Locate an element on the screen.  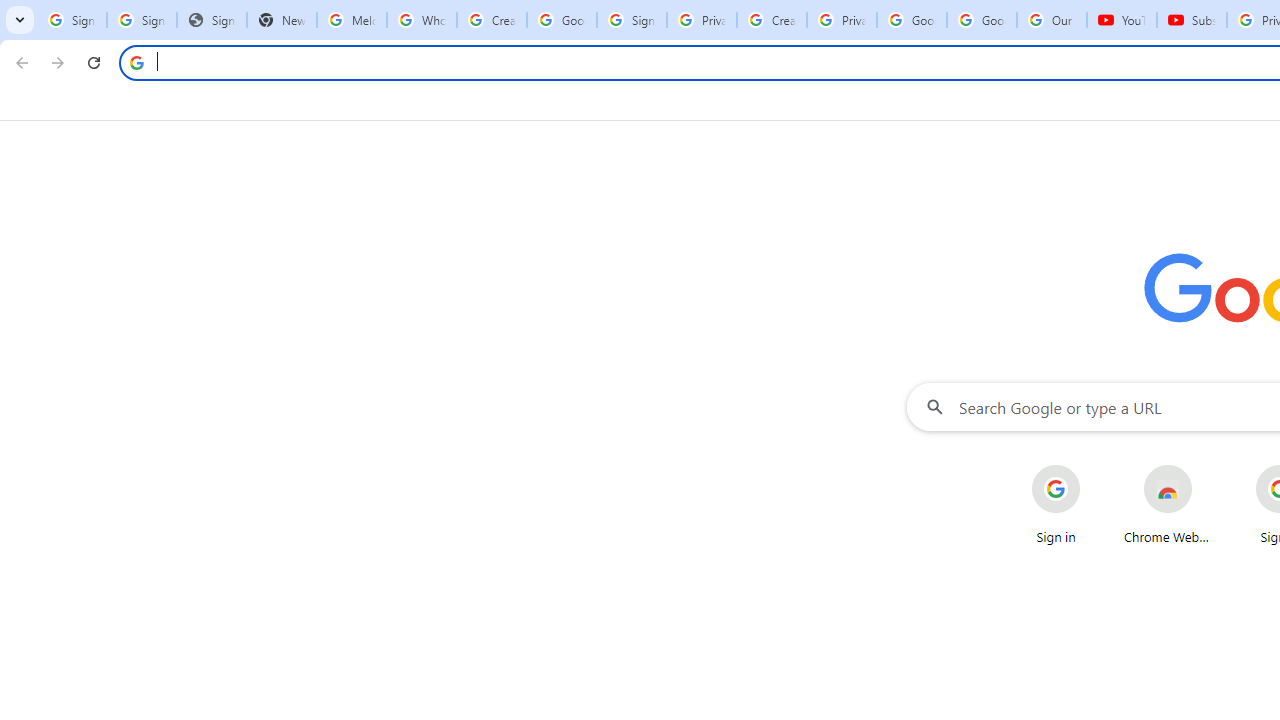
'Chrome Web Store' is located at coordinates (1168, 504).